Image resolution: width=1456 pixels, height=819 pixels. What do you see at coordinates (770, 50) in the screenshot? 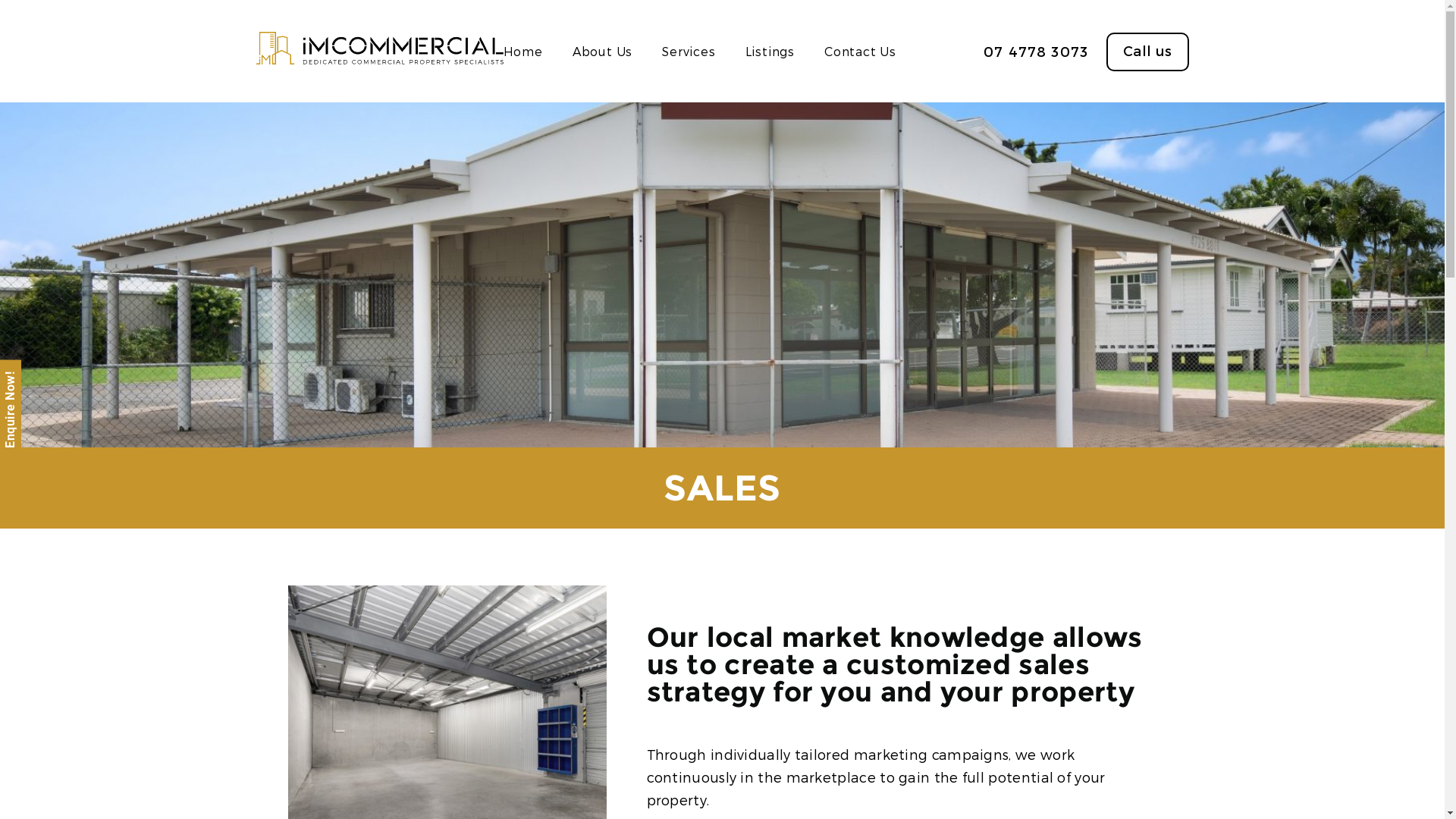
I see `'Listings'` at bounding box center [770, 50].